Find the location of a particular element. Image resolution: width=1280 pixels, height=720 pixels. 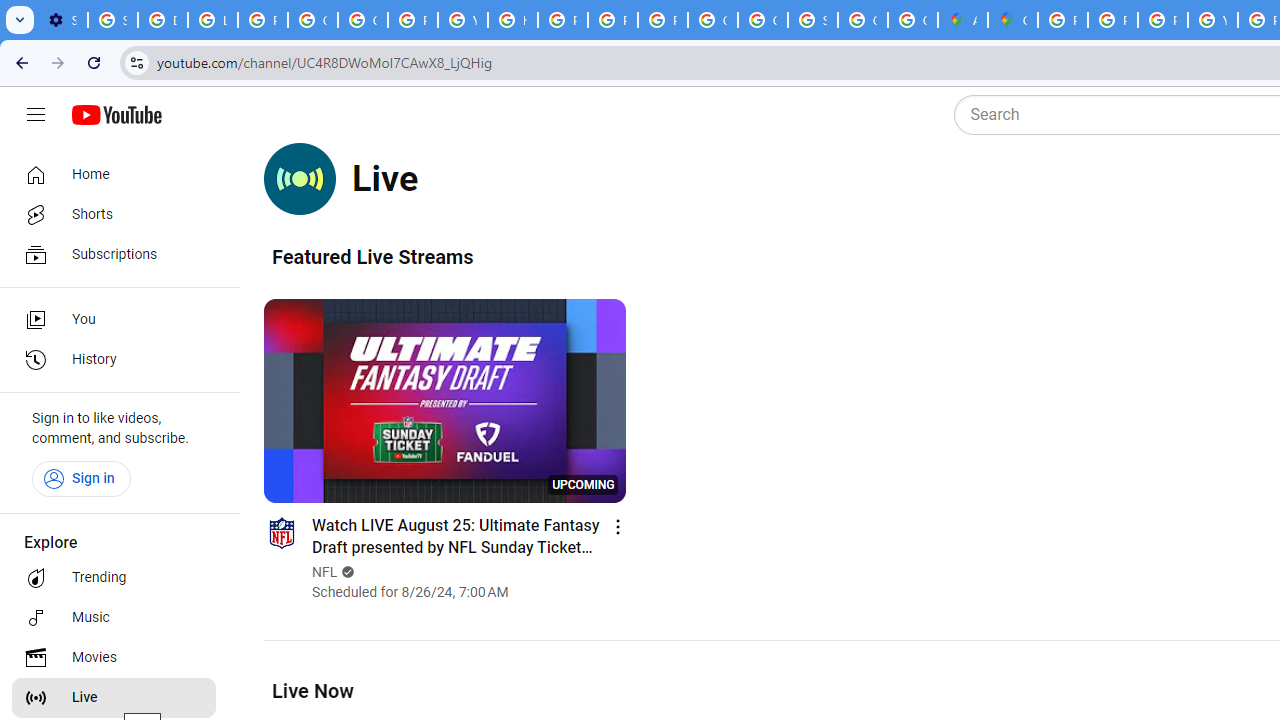

'Movies' is located at coordinates (112, 658).